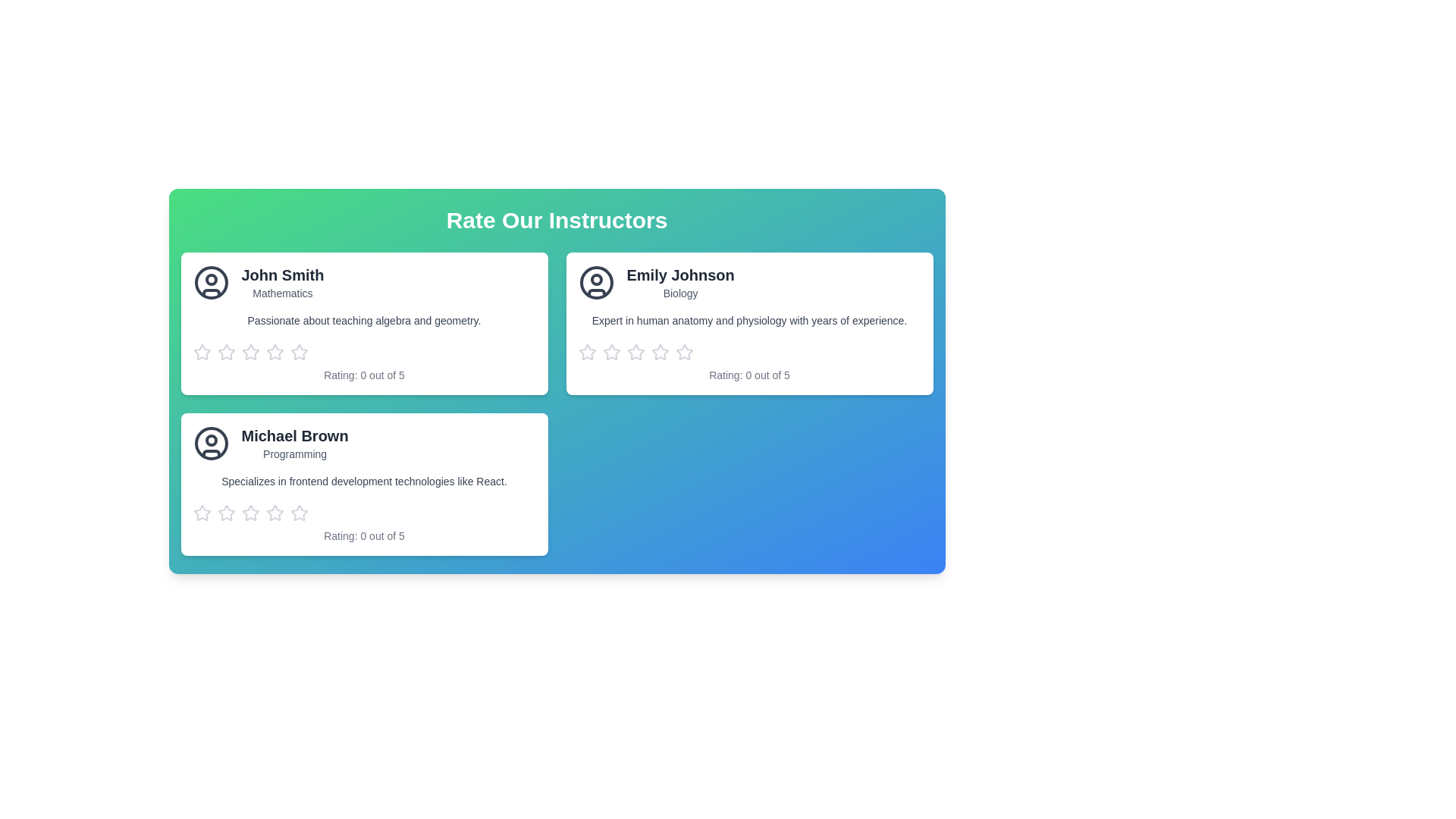 The height and width of the screenshot is (819, 1456). What do you see at coordinates (225, 352) in the screenshot?
I see `the first star icon in the rating system to provide a rating for the profile of 'John Smith'` at bounding box center [225, 352].